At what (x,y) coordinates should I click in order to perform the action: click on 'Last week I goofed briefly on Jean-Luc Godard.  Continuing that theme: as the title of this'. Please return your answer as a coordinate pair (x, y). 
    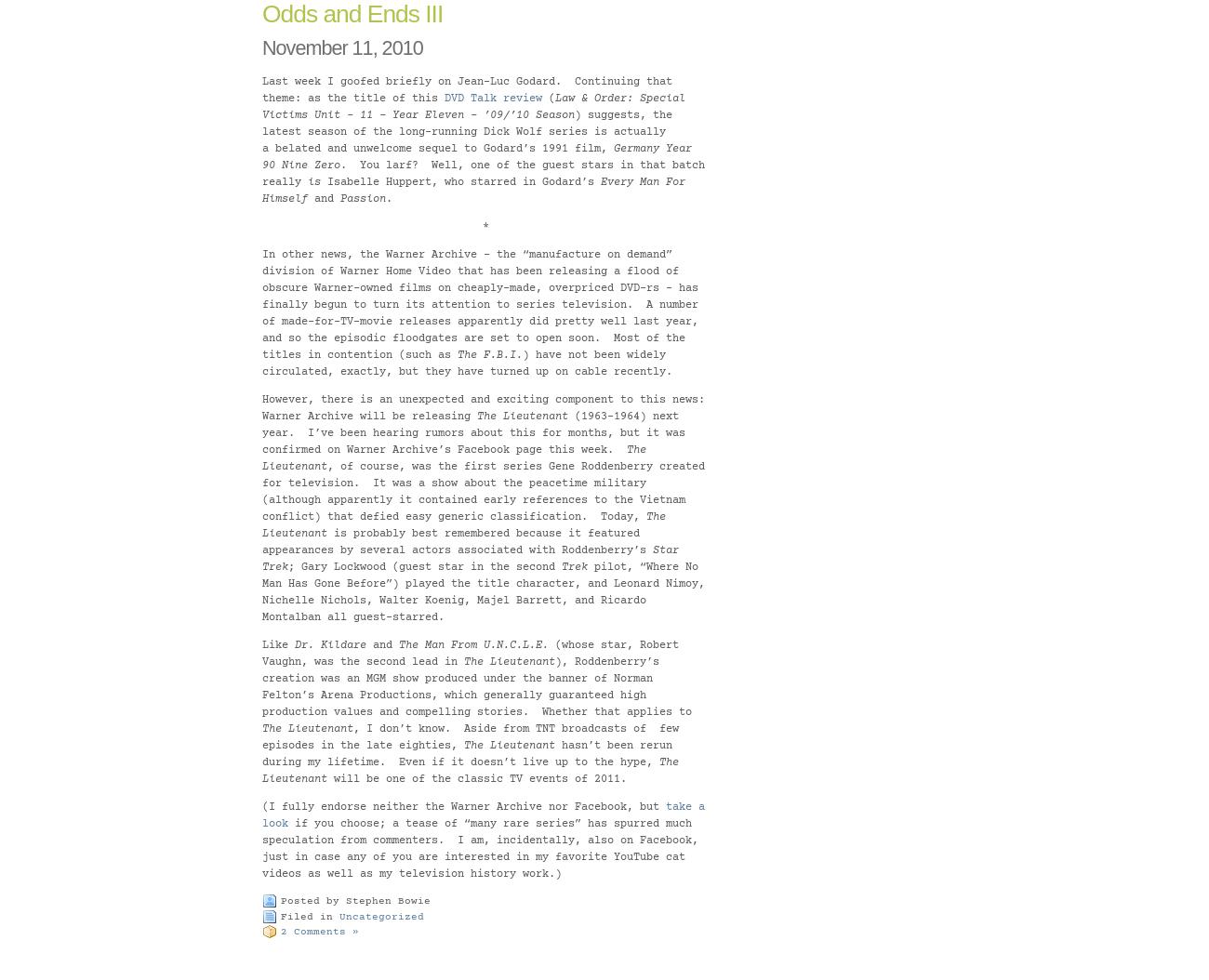
    Looking at the image, I should click on (261, 89).